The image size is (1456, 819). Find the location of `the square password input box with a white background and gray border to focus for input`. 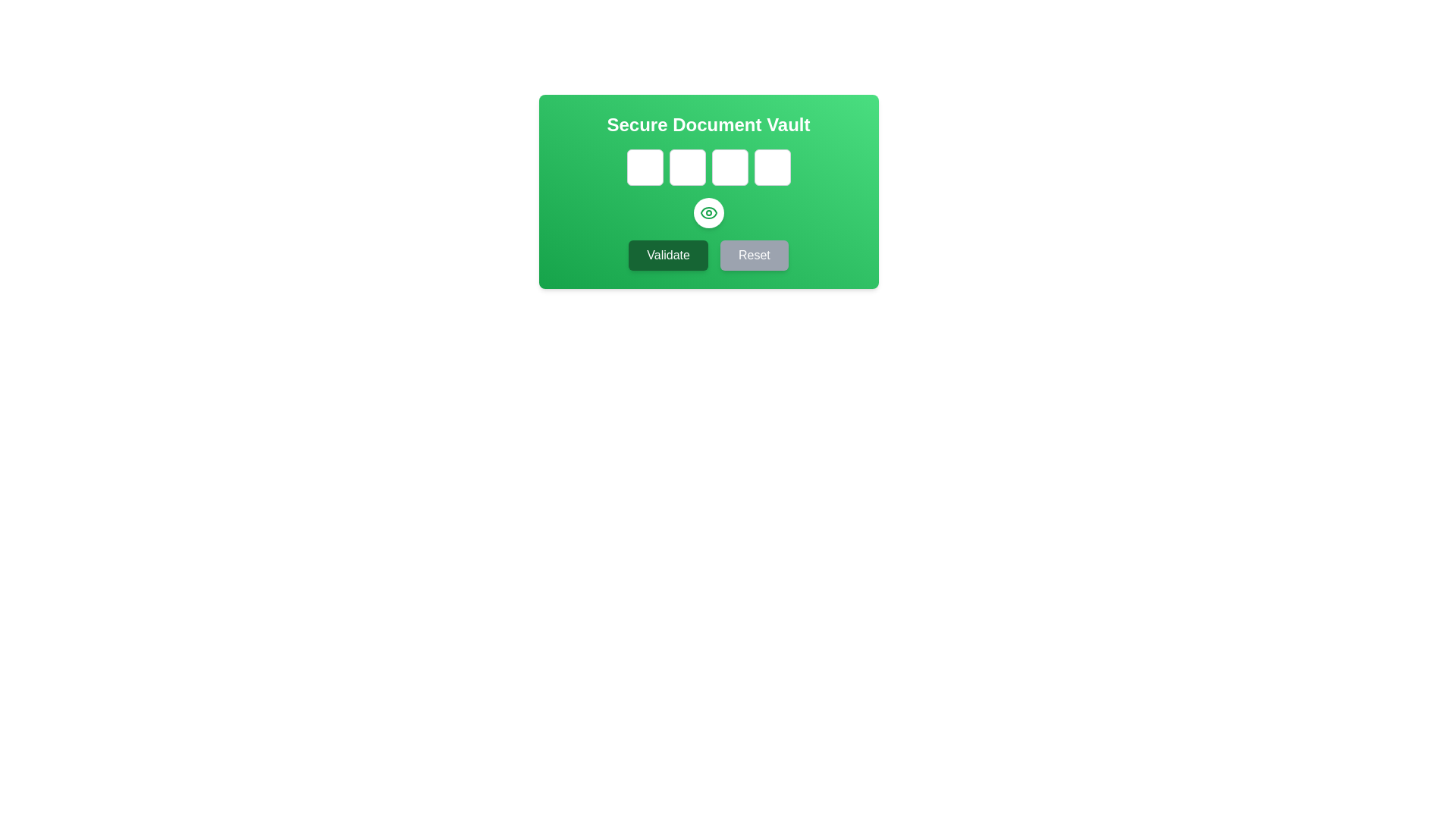

the square password input box with a white background and gray border to focus for input is located at coordinates (686, 167).